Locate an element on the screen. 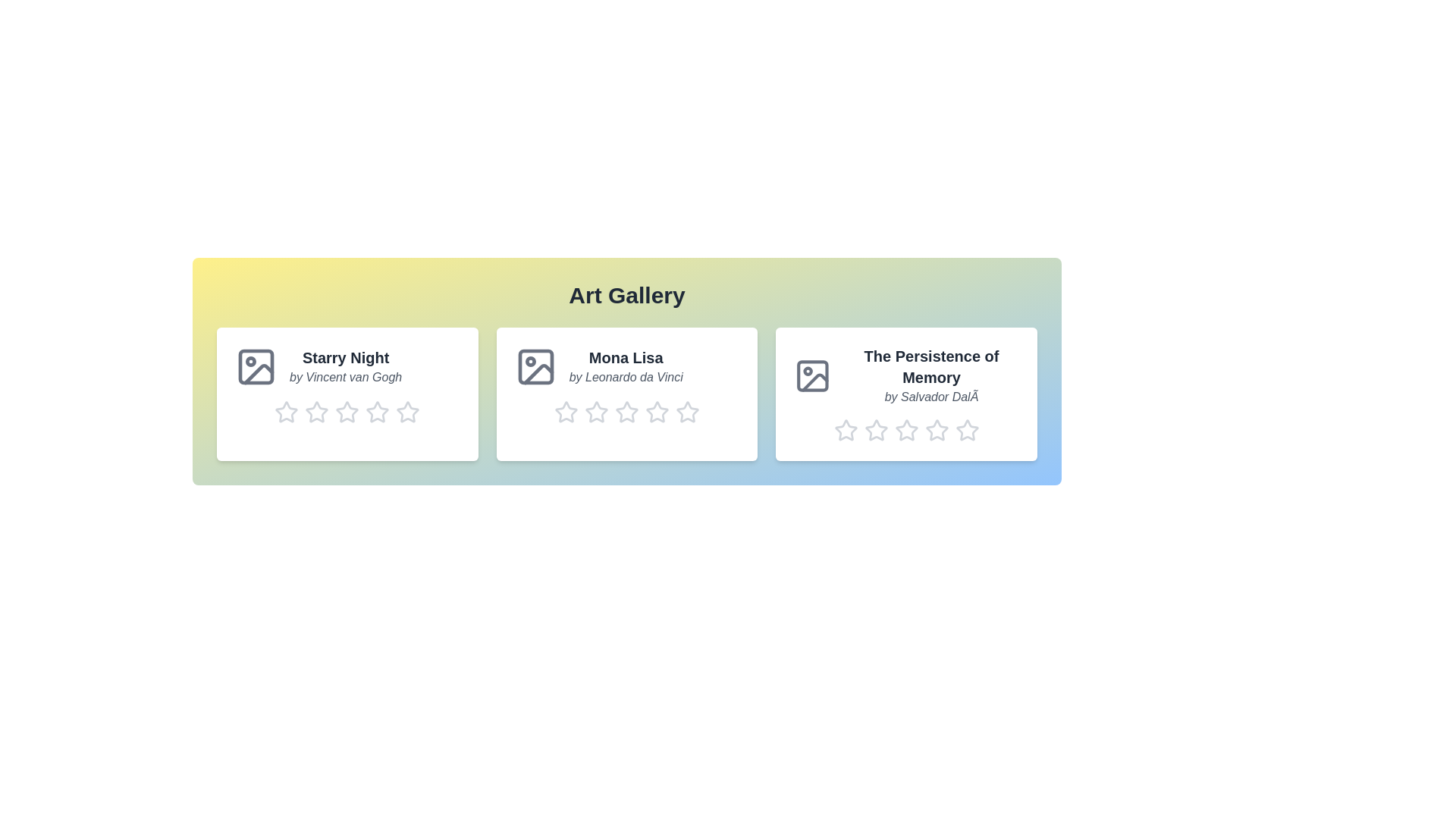 Image resolution: width=1456 pixels, height=819 pixels. the rating of artwork 3 to 3 stars is located at coordinates (895, 430).